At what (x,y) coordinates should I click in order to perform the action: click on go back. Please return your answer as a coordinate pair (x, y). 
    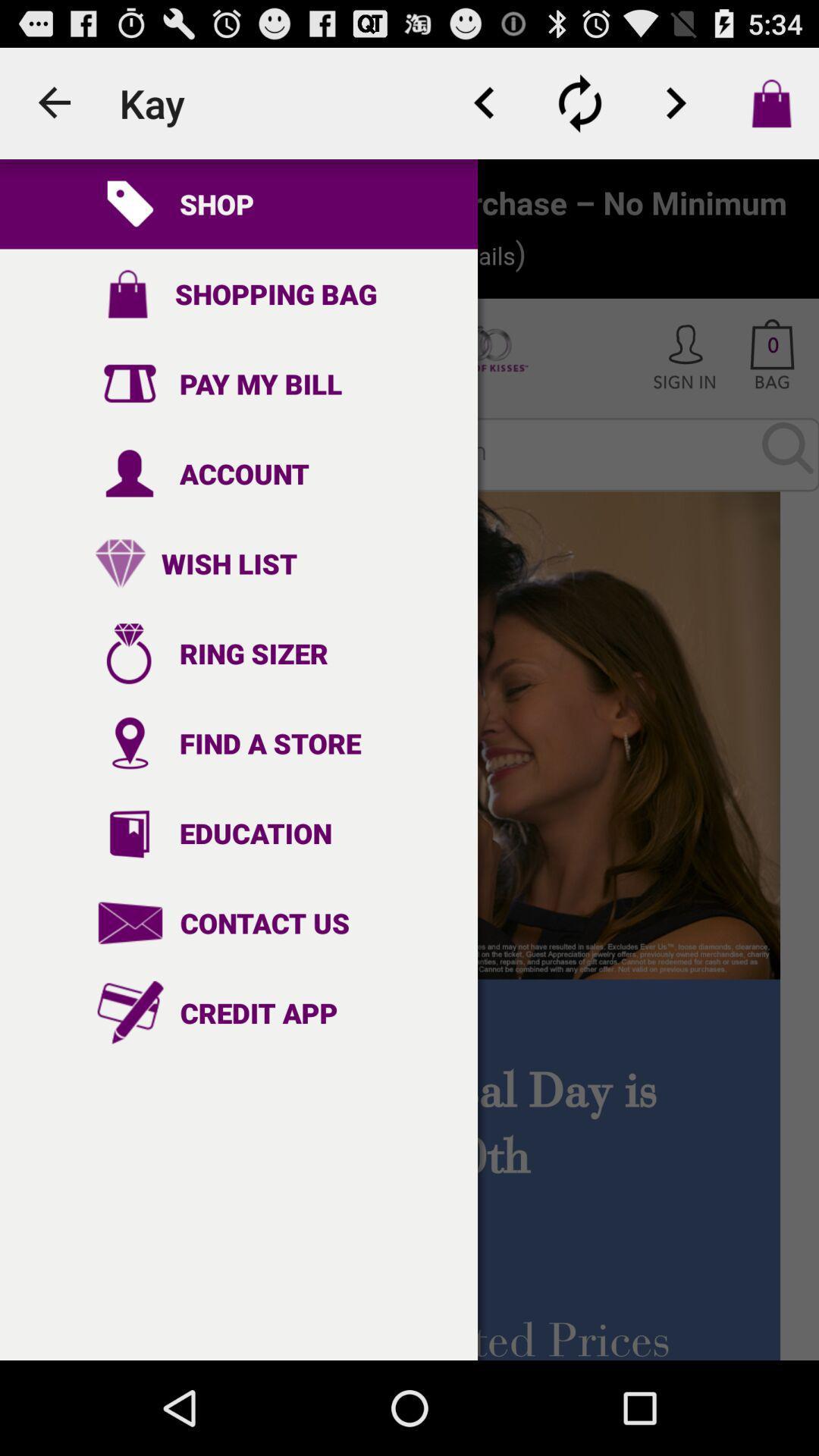
    Looking at the image, I should click on (485, 102).